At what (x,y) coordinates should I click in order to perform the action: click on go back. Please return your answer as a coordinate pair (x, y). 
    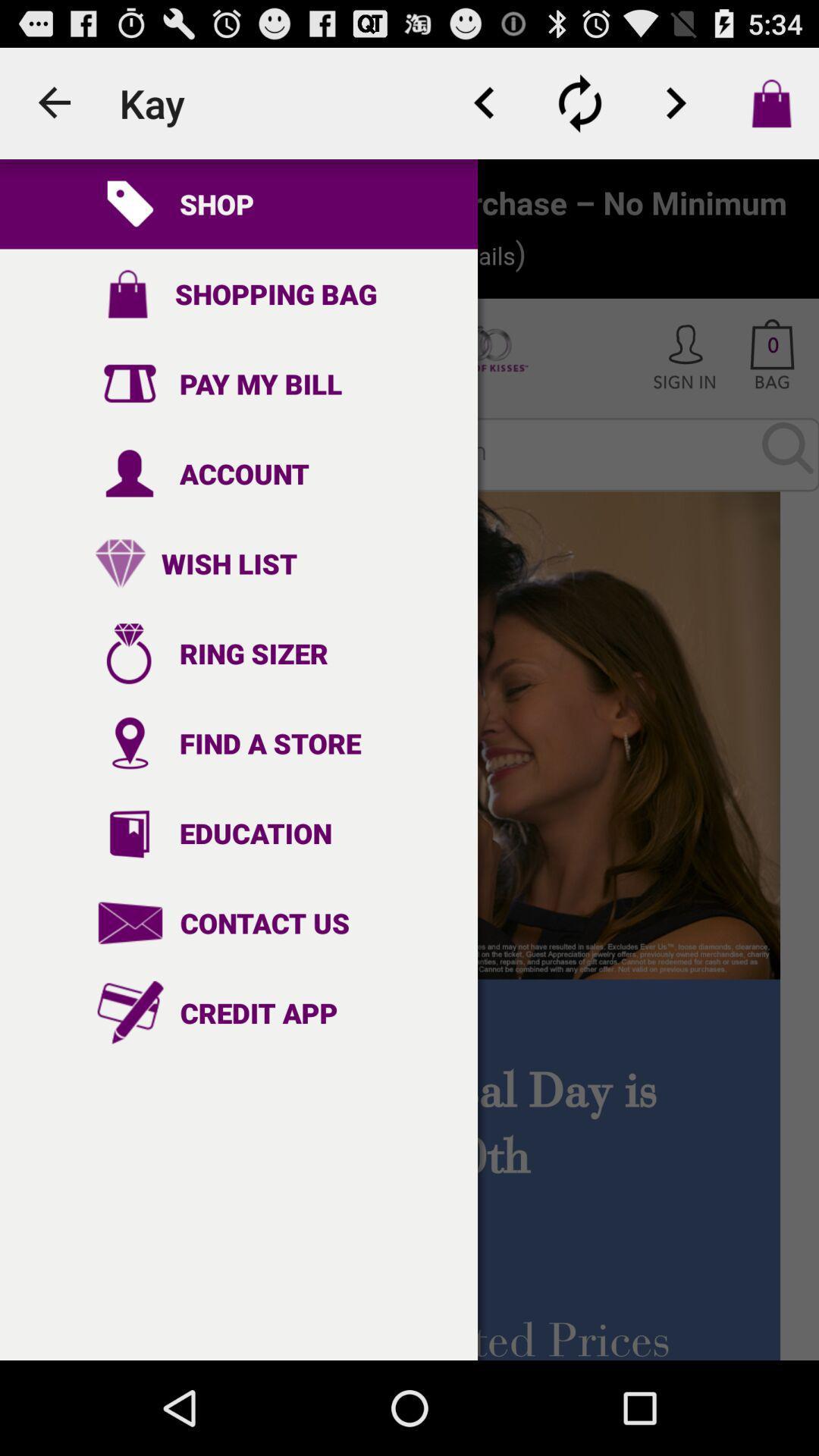
    Looking at the image, I should click on (485, 102).